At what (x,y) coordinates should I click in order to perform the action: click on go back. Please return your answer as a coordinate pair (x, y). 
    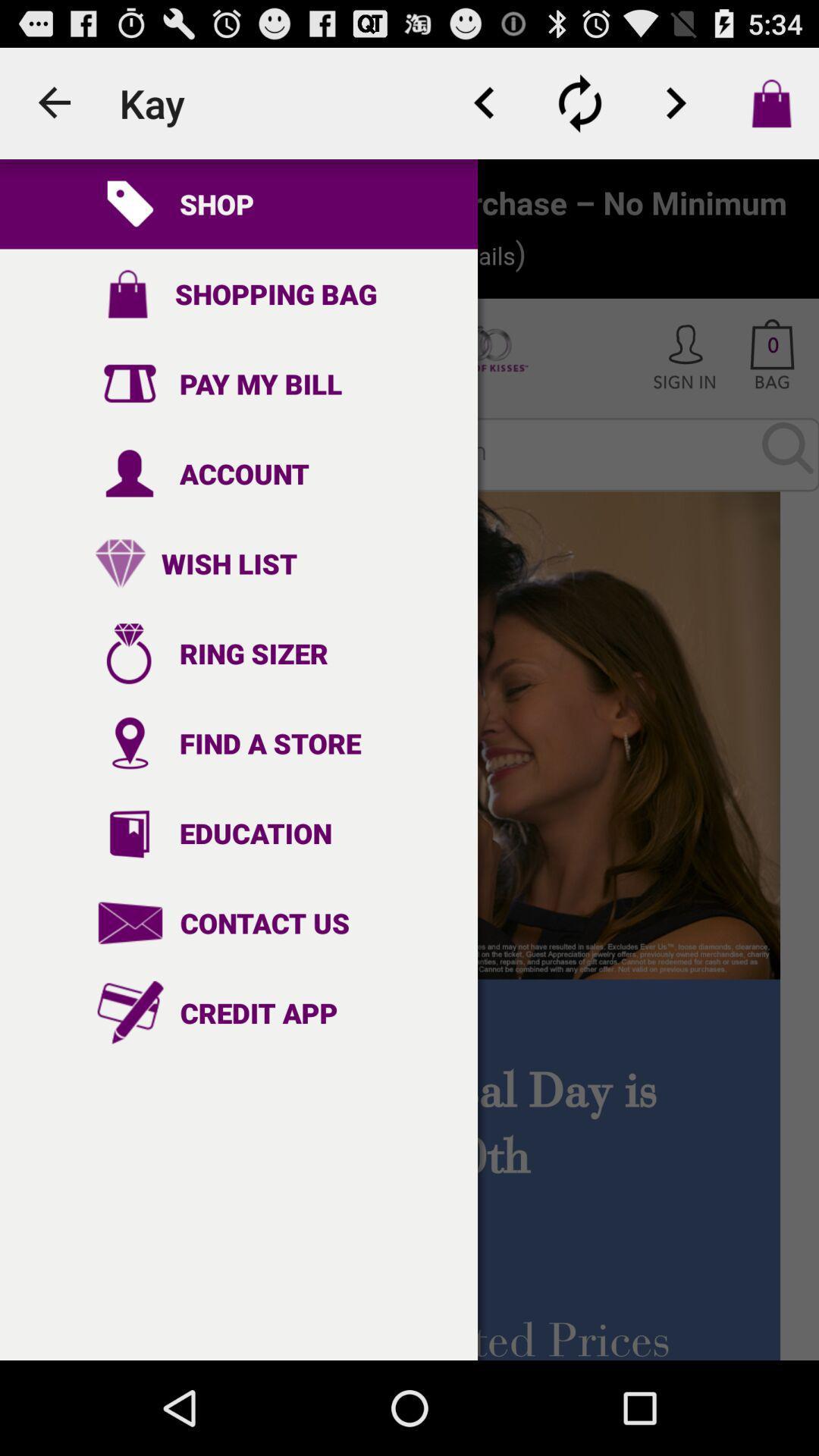
    Looking at the image, I should click on (485, 102).